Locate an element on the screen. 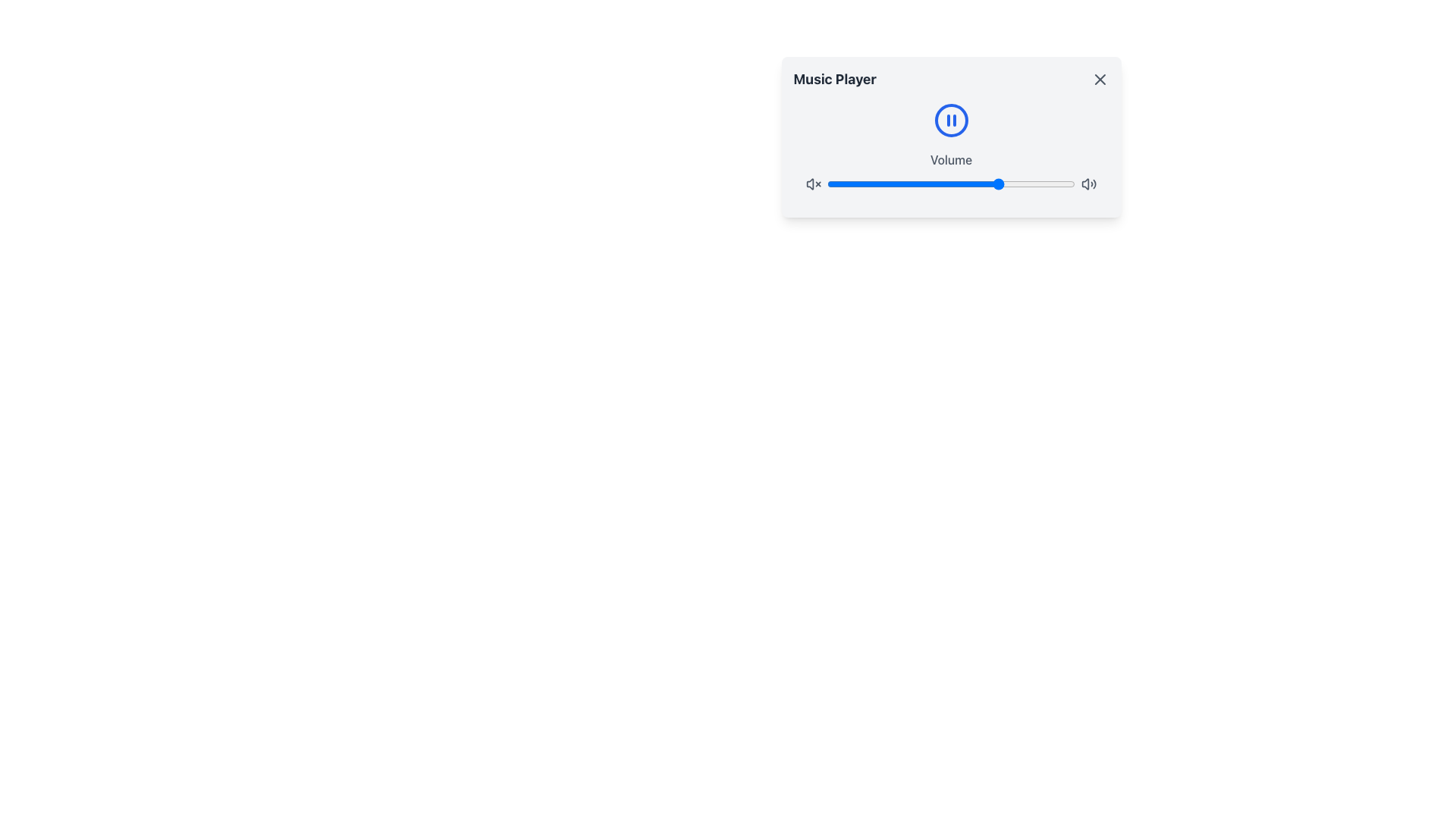 The width and height of the screenshot is (1456, 819). the blue stroke SVG circle element that represents the pause icon, located at the top center of the music player interface, just above the 'Volume' label is located at coordinates (950, 119).